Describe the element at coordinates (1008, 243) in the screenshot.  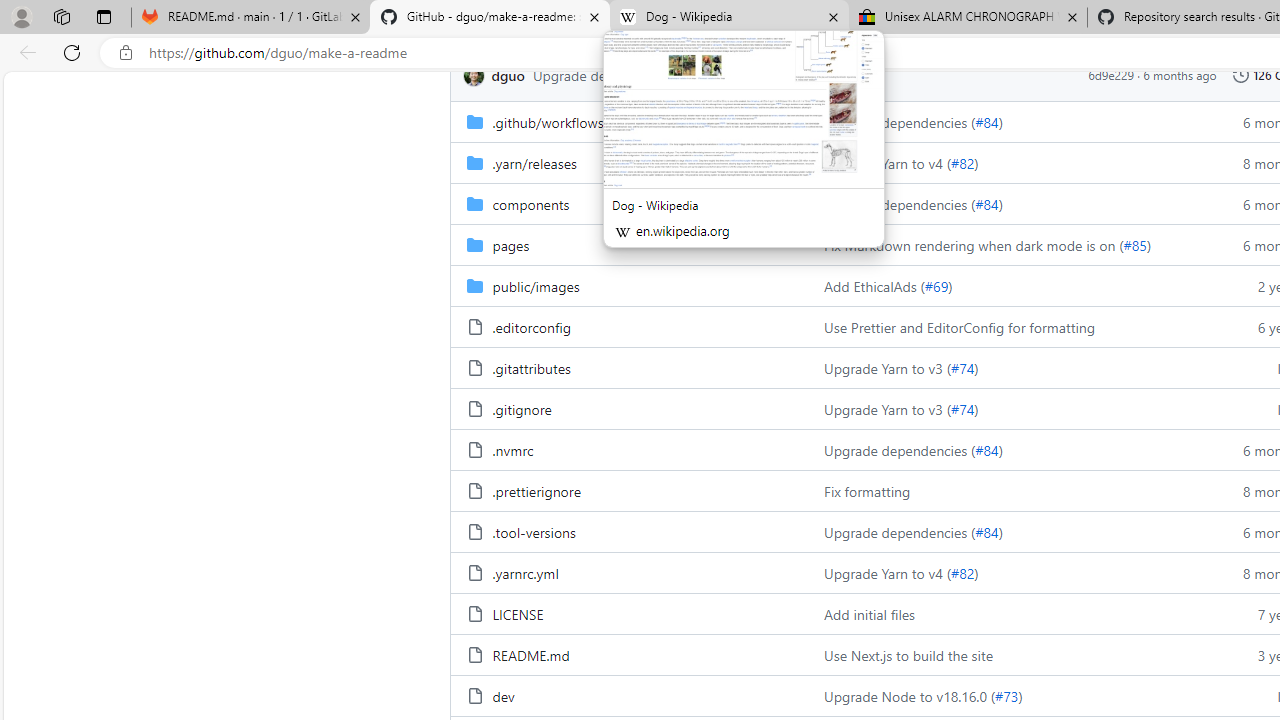
I see `'Fix Markdown rendering when dark mode is on (#85)'` at that location.